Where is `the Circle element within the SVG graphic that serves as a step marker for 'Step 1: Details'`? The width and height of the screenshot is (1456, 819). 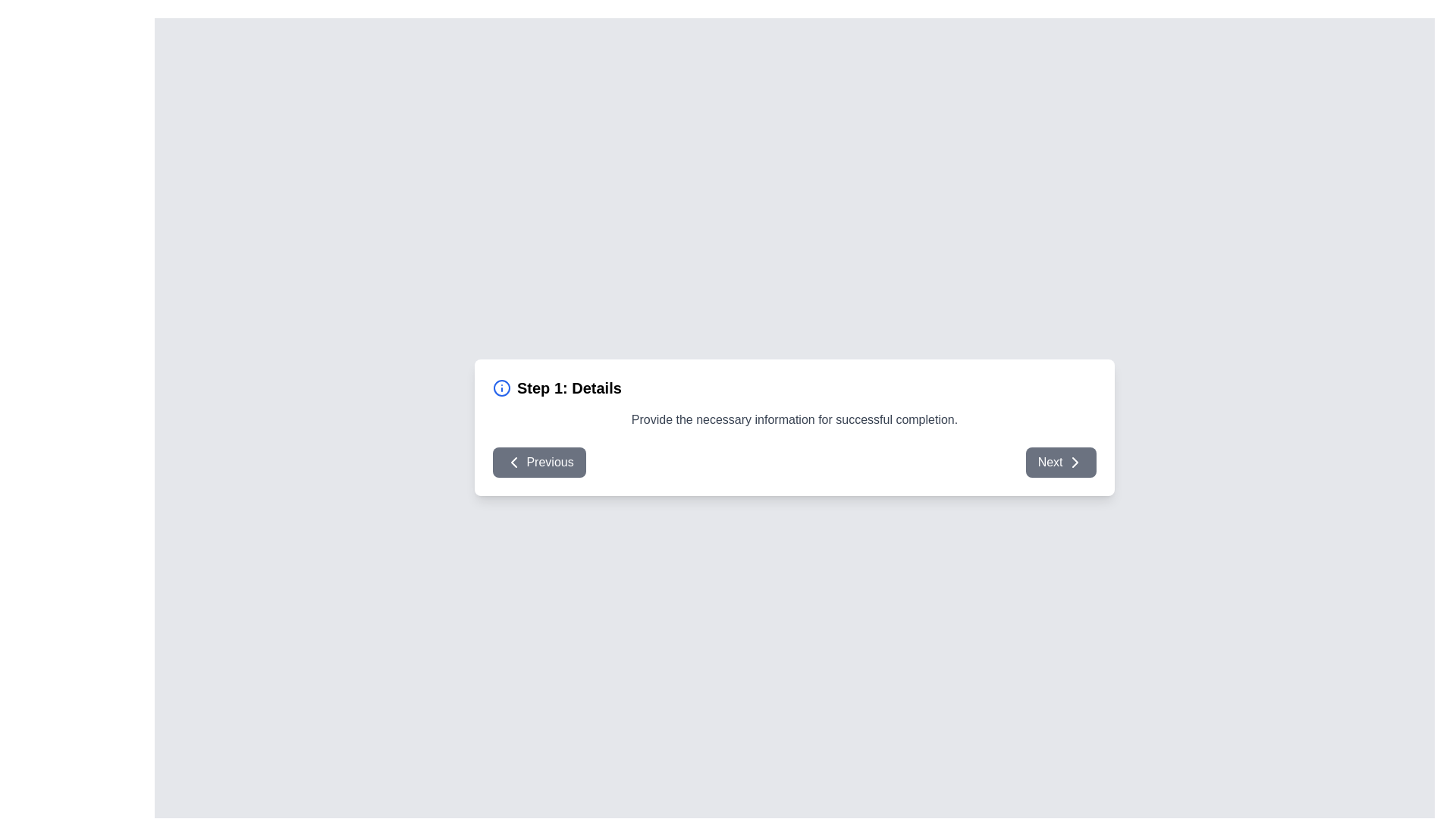 the Circle element within the SVG graphic that serves as a step marker for 'Step 1: Details' is located at coordinates (502, 386).